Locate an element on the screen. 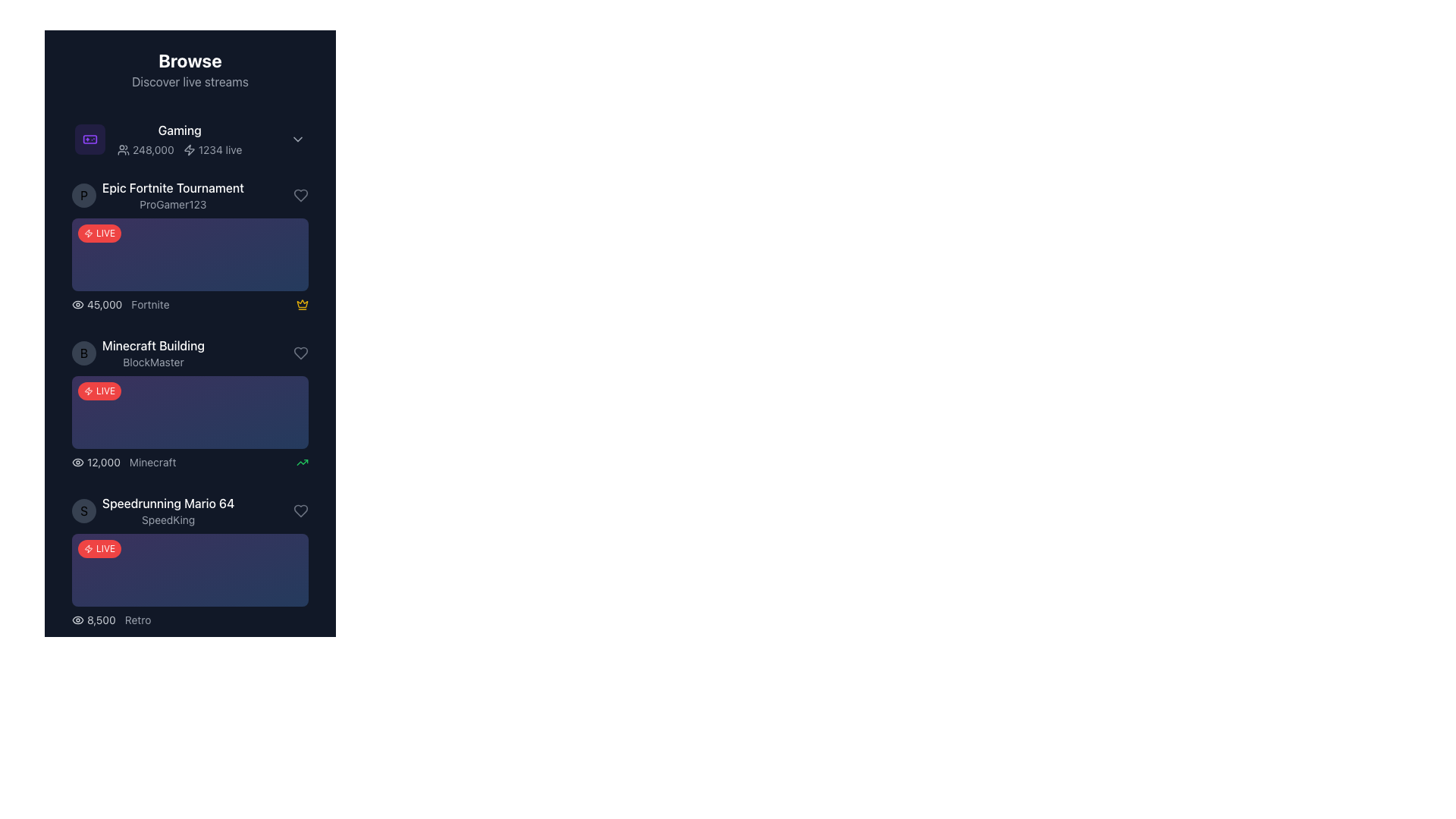 This screenshot has width=1456, height=819. the eye icon representing visibility or viewer count, which is located to the left of the view count text '8,500' for the content titled 'Speedrunning Mario 64' is located at coordinates (77, 620).